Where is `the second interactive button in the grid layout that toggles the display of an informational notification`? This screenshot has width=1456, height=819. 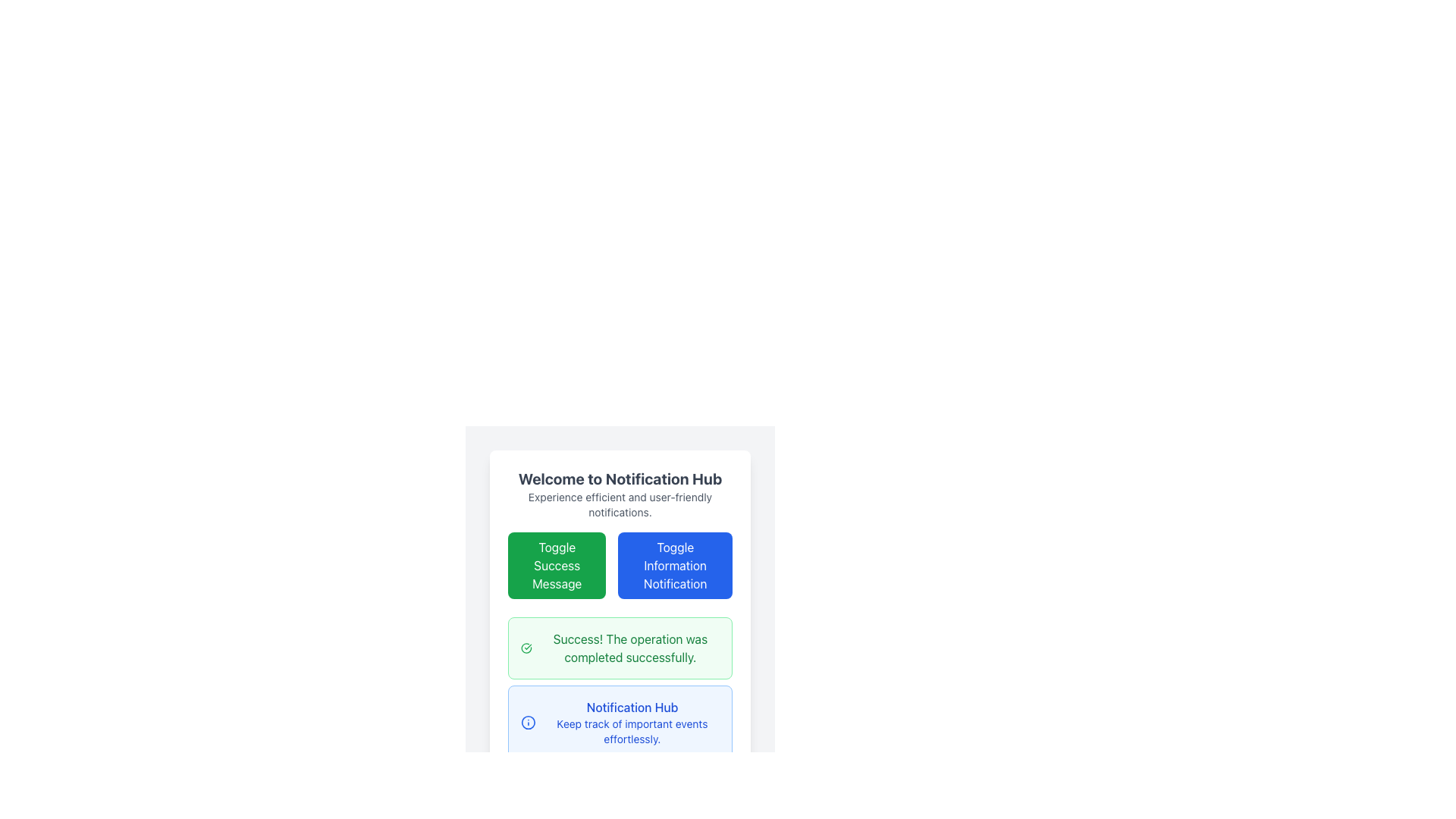 the second interactive button in the grid layout that toggles the display of an informational notification is located at coordinates (620, 579).